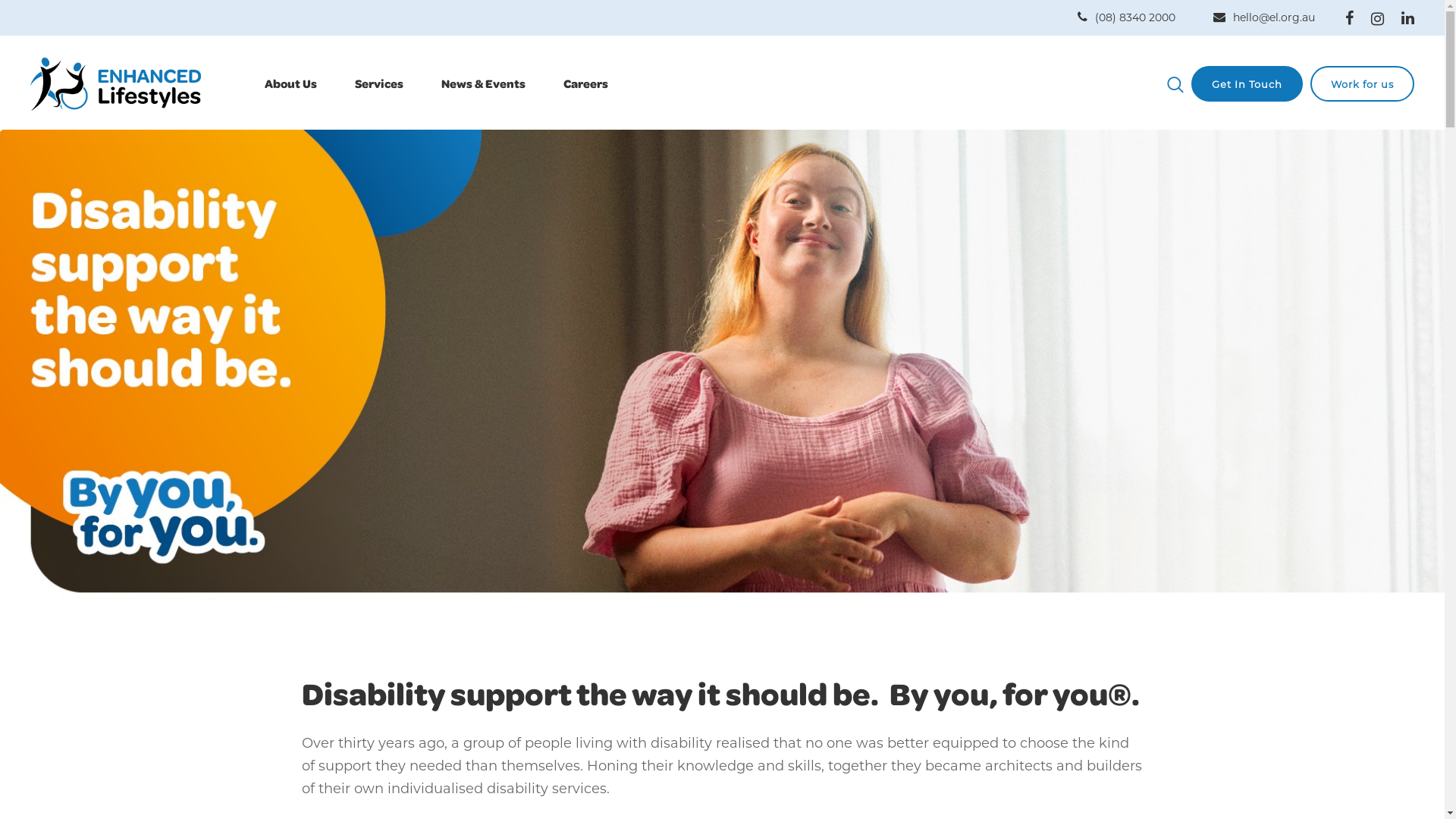 The image size is (1456, 819). I want to click on 'Careers', so click(563, 83).